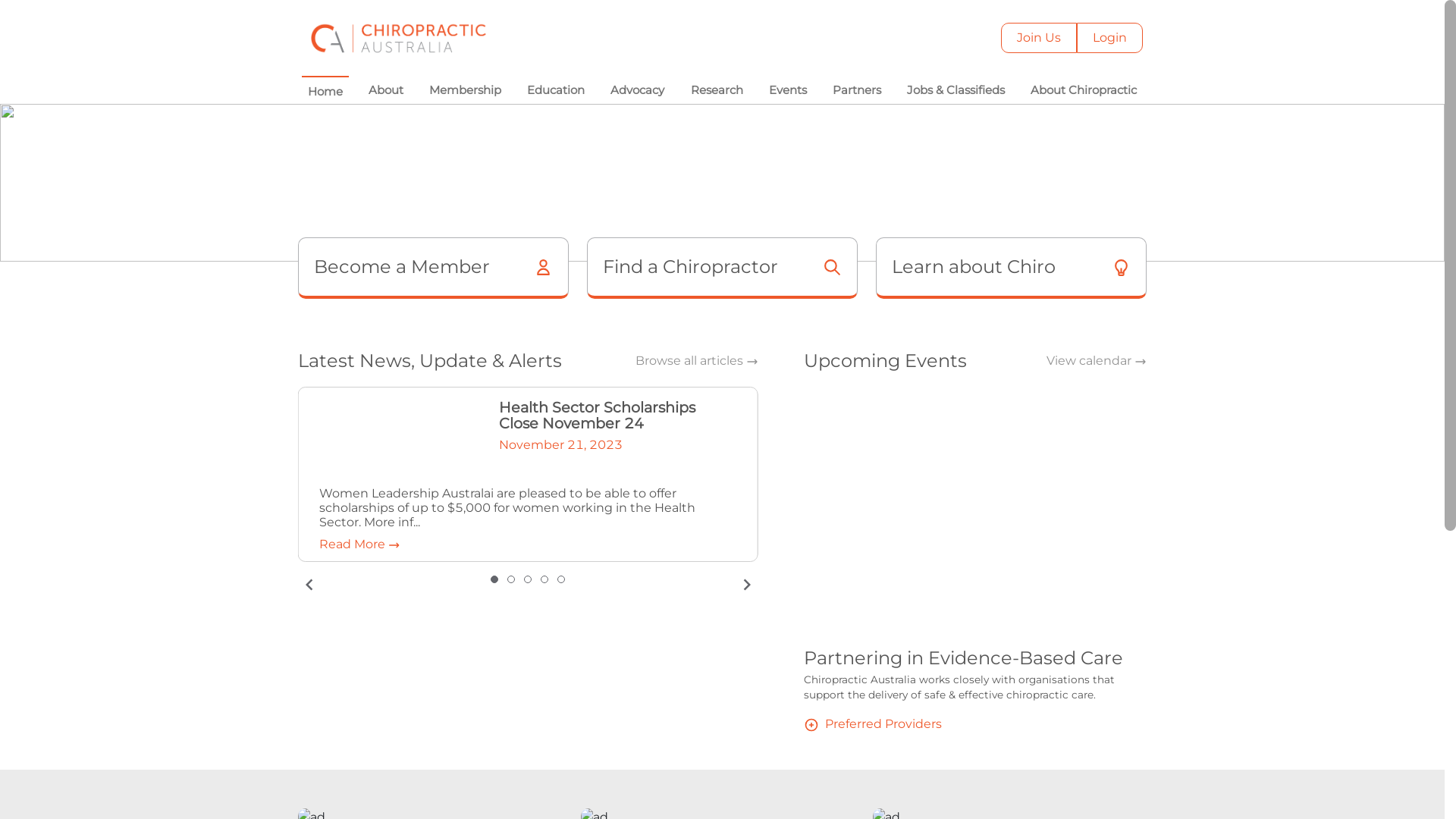  I want to click on 'Preferred Providers', so click(873, 723).